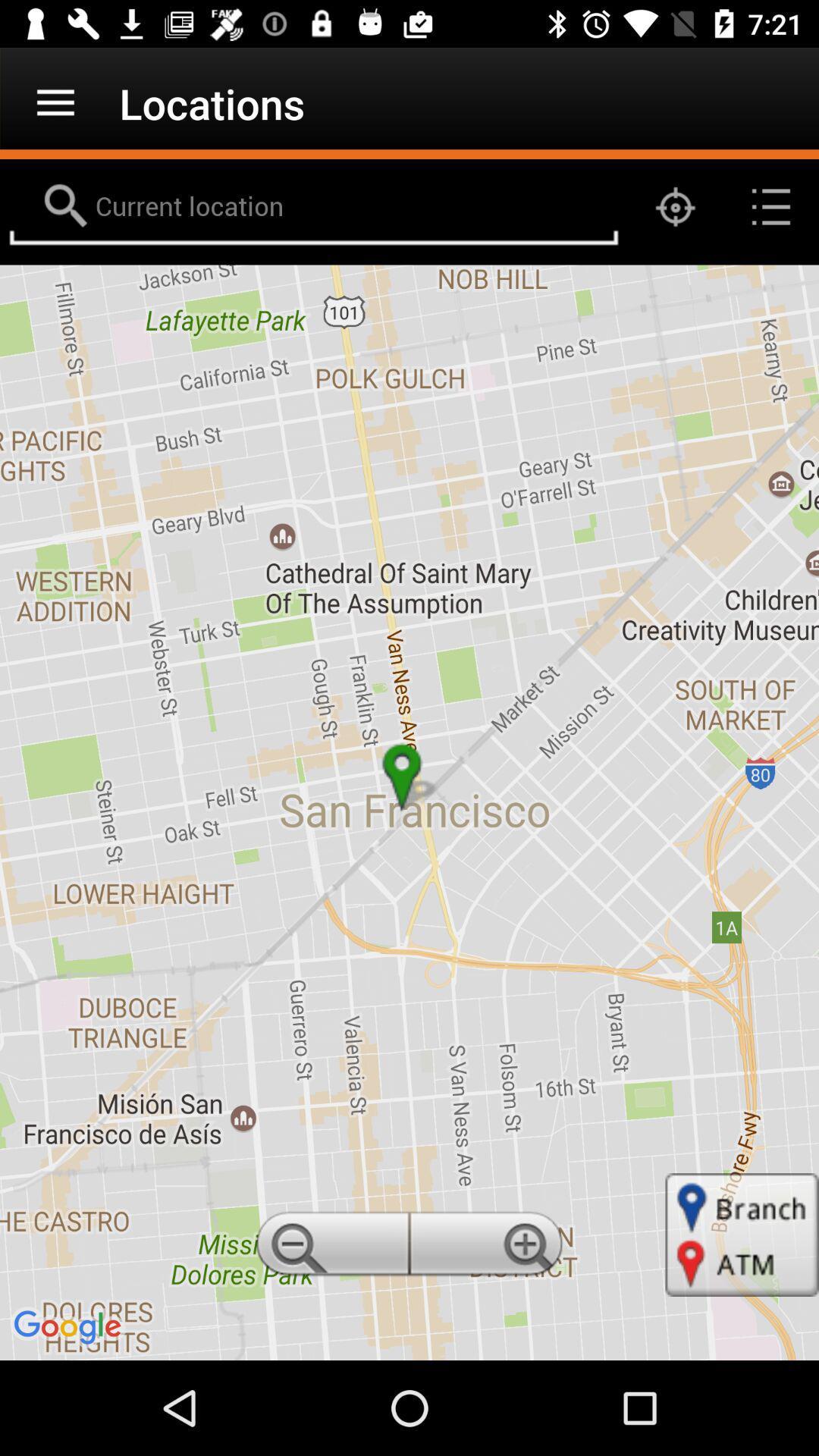 Image resolution: width=819 pixels, height=1456 pixels. What do you see at coordinates (771, 206) in the screenshot?
I see `the list icon` at bounding box center [771, 206].